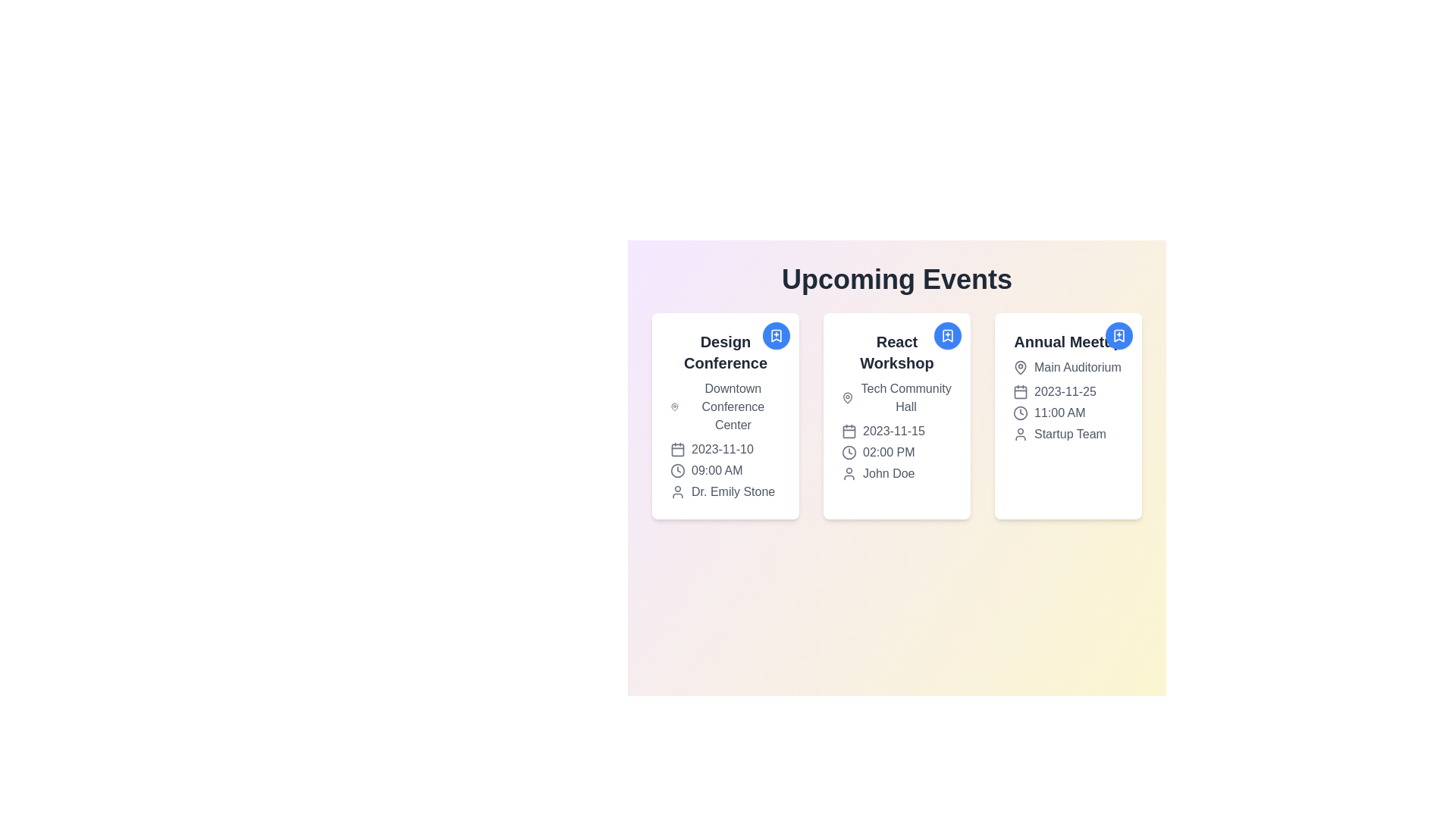  Describe the element at coordinates (724, 491) in the screenshot. I see `the text element displaying 'Dr. Emily Stone' with a person icon to its left, located at the bottom of the 'Design Conference' card, if interactive features are added` at that location.